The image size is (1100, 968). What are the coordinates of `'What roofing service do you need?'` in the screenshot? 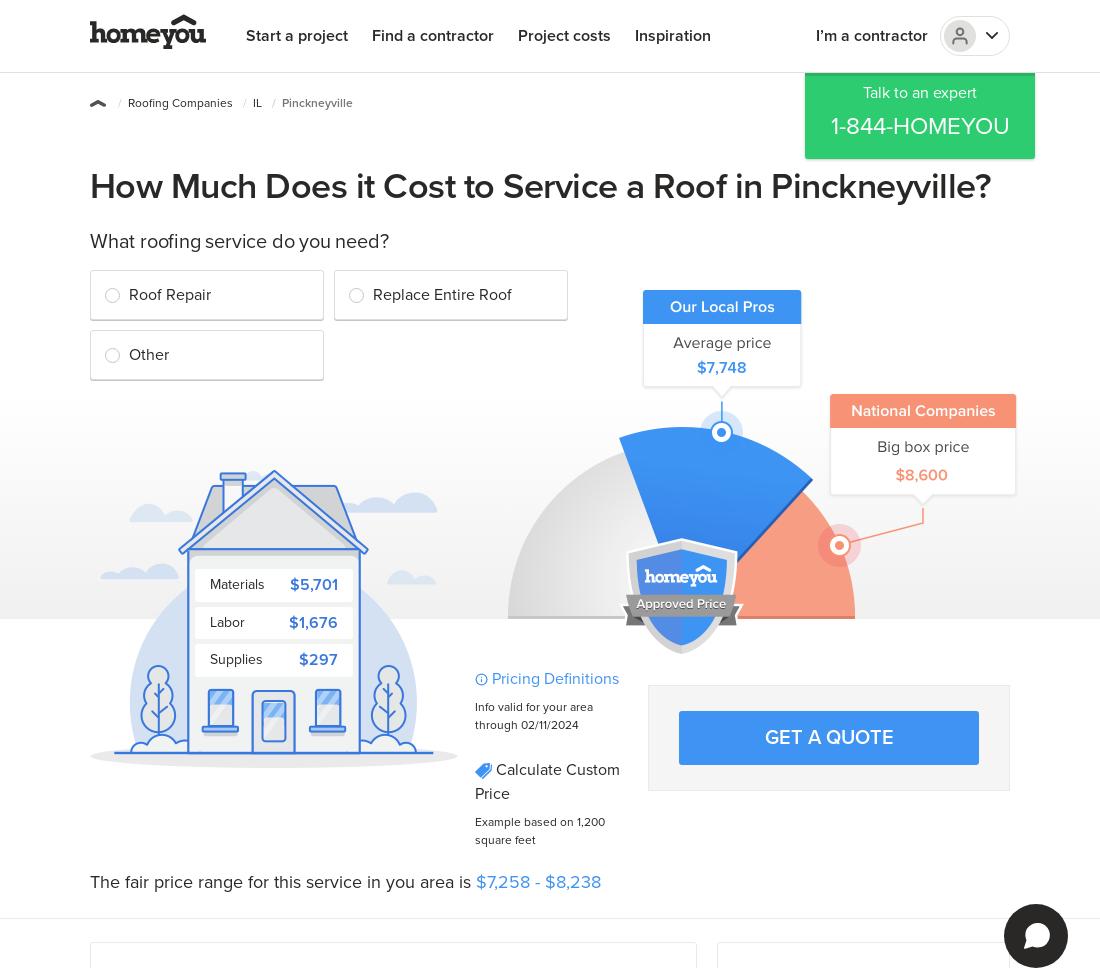 It's located at (89, 242).